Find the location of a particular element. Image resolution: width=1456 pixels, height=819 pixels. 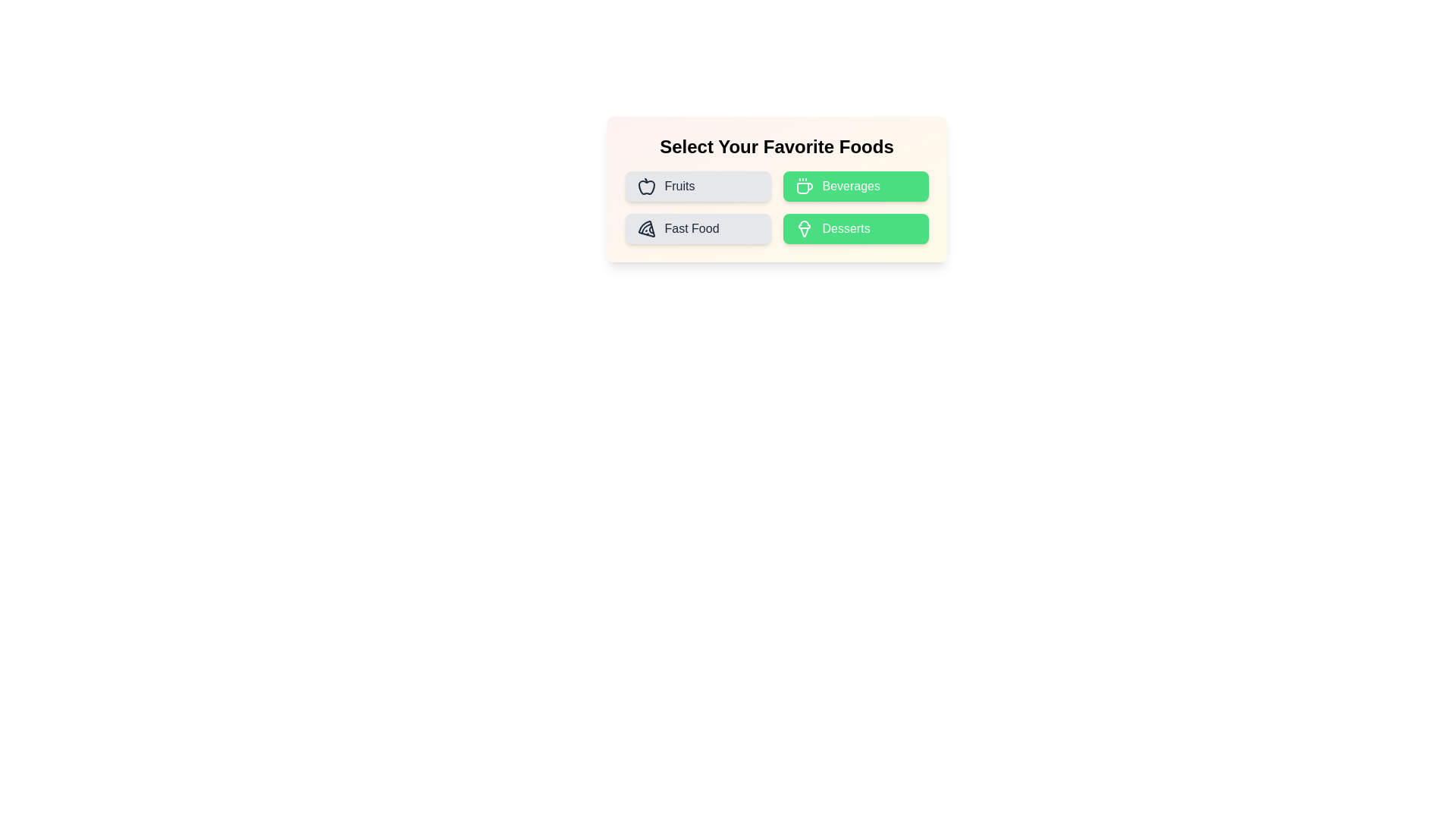

the food category Beverages by clicking its corresponding button is located at coordinates (855, 186).